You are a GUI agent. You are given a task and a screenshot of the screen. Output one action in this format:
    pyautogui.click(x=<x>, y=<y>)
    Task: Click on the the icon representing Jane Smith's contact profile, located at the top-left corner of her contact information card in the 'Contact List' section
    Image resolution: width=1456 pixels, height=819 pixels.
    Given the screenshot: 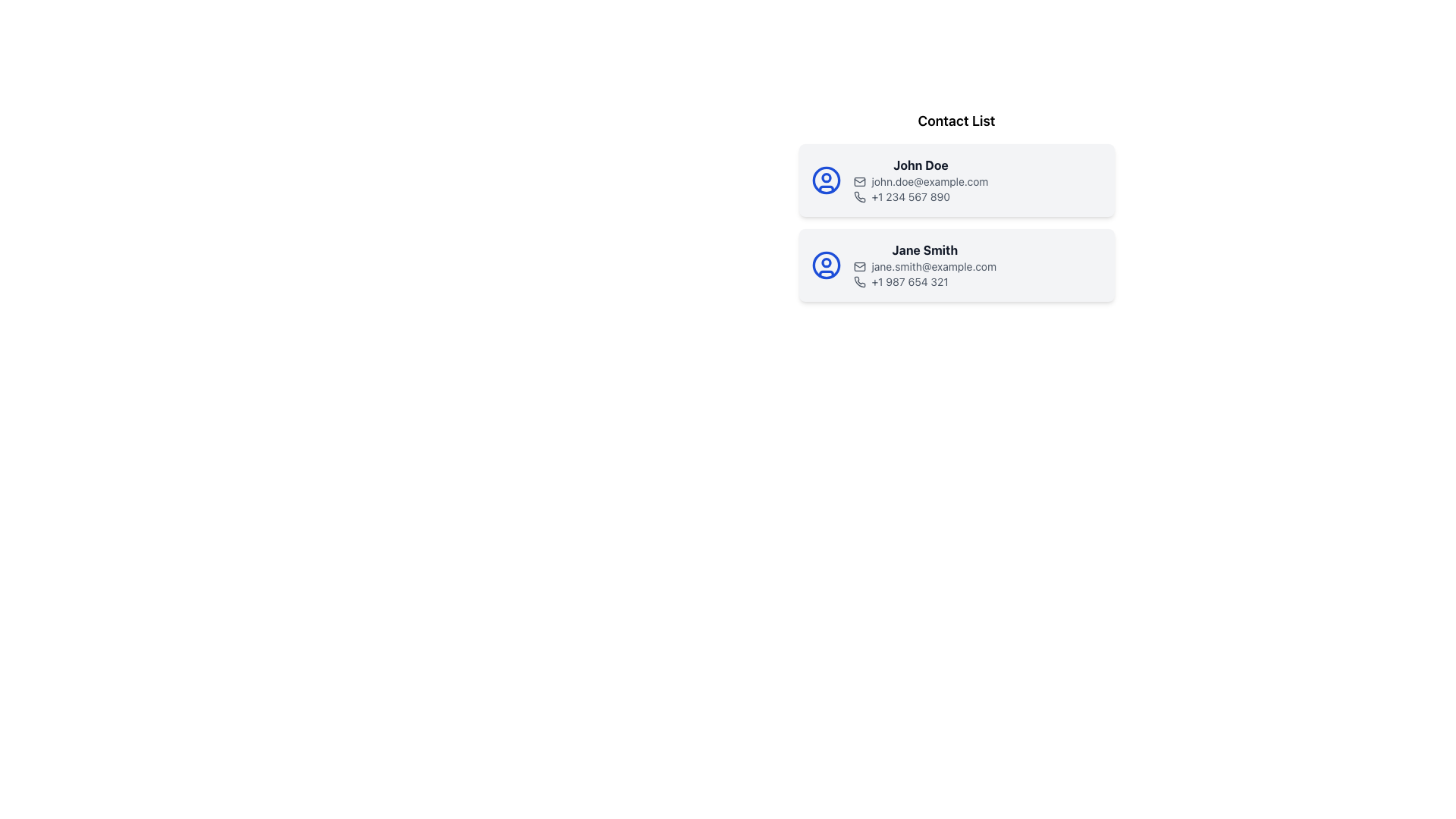 What is the action you would take?
    pyautogui.click(x=825, y=265)
    